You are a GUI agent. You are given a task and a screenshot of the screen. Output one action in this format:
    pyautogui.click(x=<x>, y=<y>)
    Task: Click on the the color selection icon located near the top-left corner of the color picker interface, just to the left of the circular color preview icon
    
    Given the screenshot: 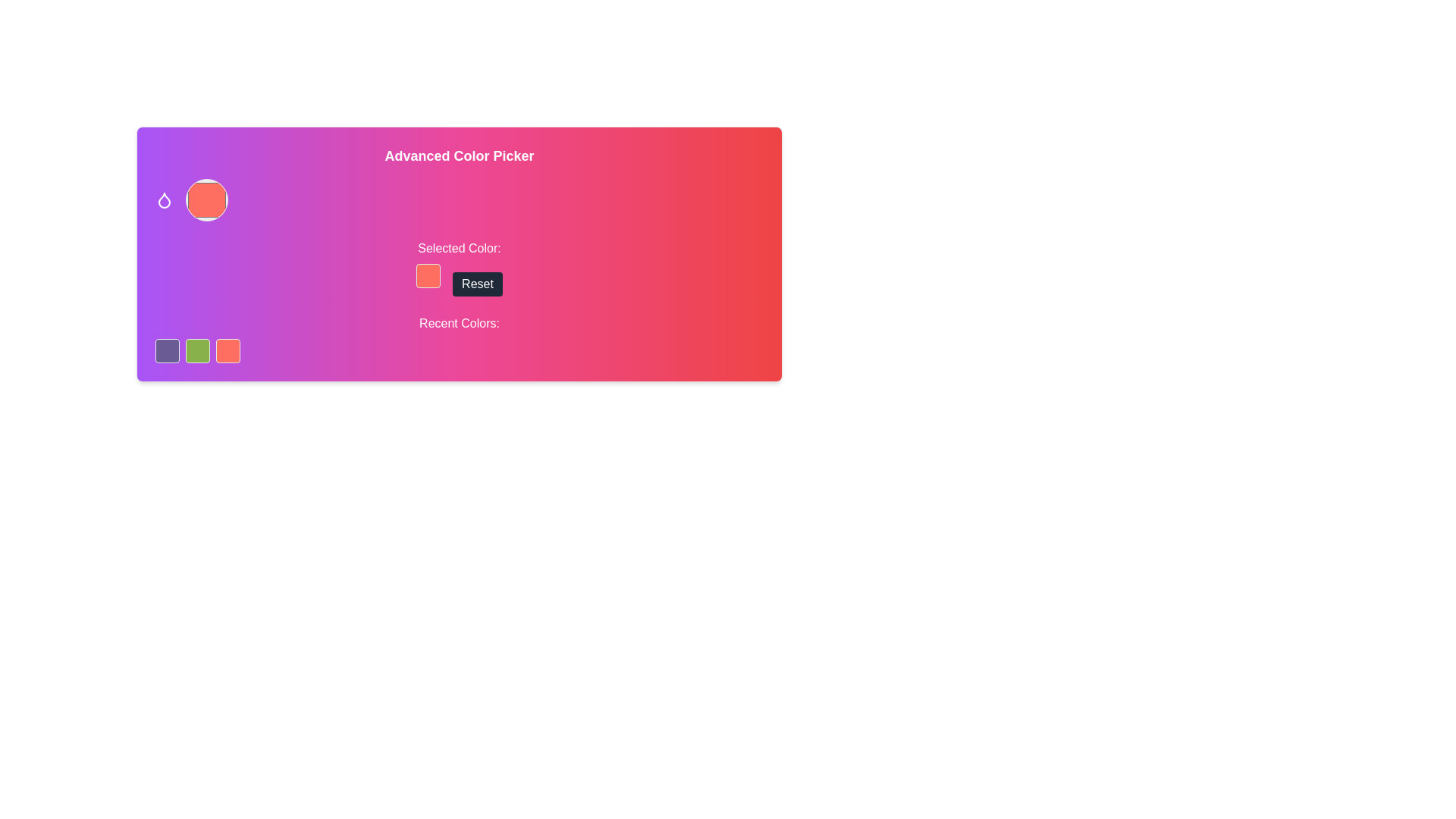 What is the action you would take?
    pyautogui.click(x=164, y=199)
    